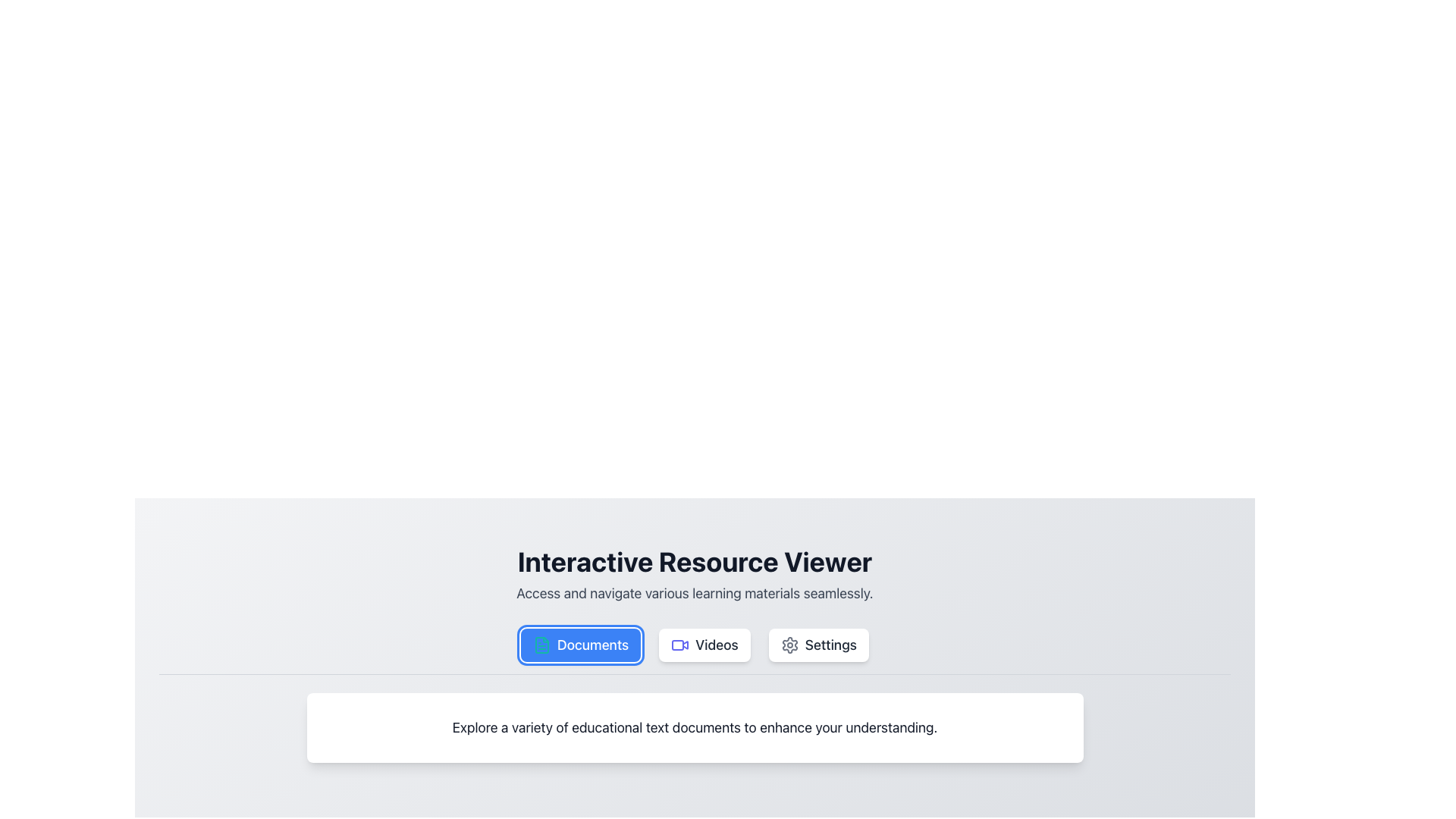 This screenshot has width=1456, height=819. I want to click on the Navigation Menu, which allows users, so click(694, 651).